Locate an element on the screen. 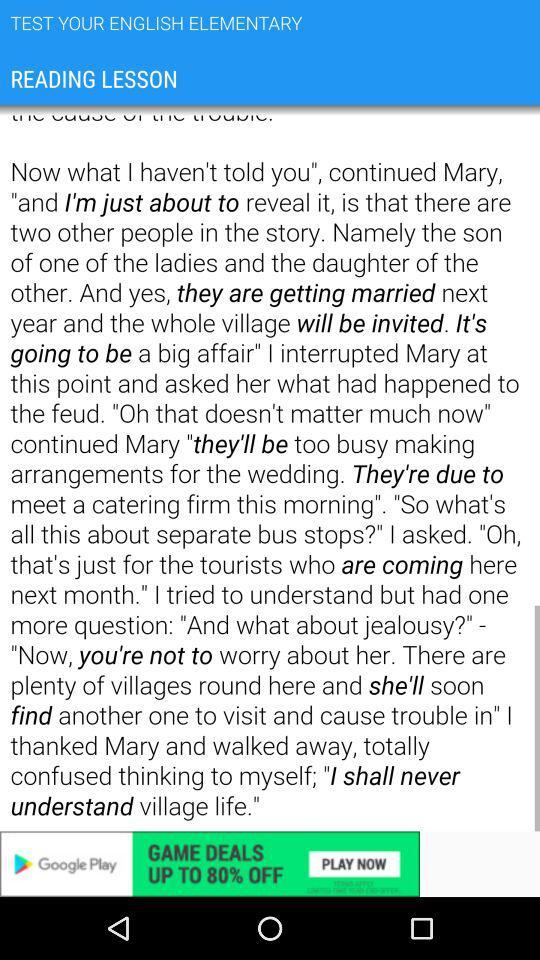 This screenshot has width=540, height=960. try this promotion is located at coordinates (270, 863).